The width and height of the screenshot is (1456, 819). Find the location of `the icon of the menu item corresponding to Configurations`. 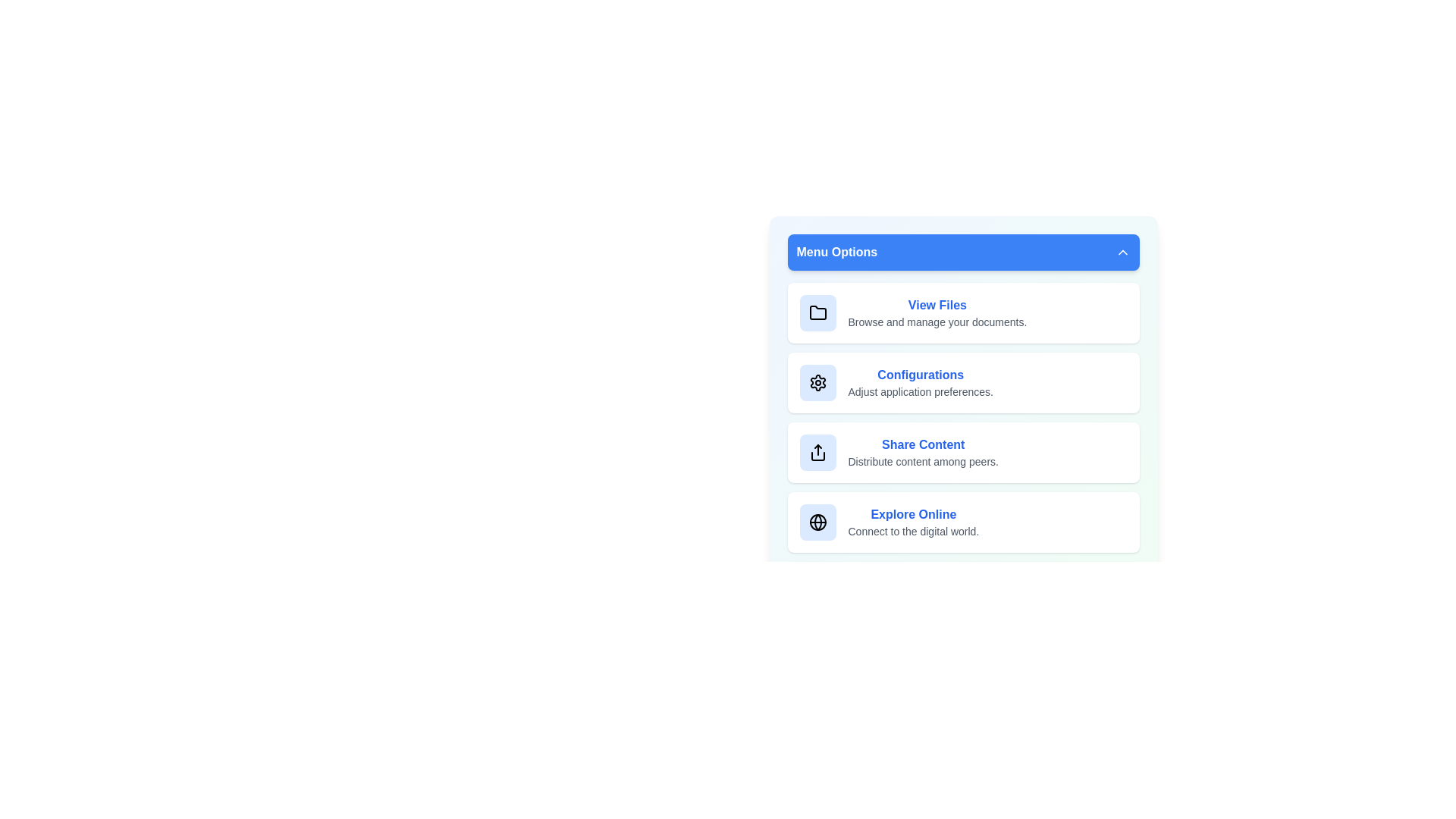

the icon of the menu item corresponding to Configurations is located at coordinates (817, 382).